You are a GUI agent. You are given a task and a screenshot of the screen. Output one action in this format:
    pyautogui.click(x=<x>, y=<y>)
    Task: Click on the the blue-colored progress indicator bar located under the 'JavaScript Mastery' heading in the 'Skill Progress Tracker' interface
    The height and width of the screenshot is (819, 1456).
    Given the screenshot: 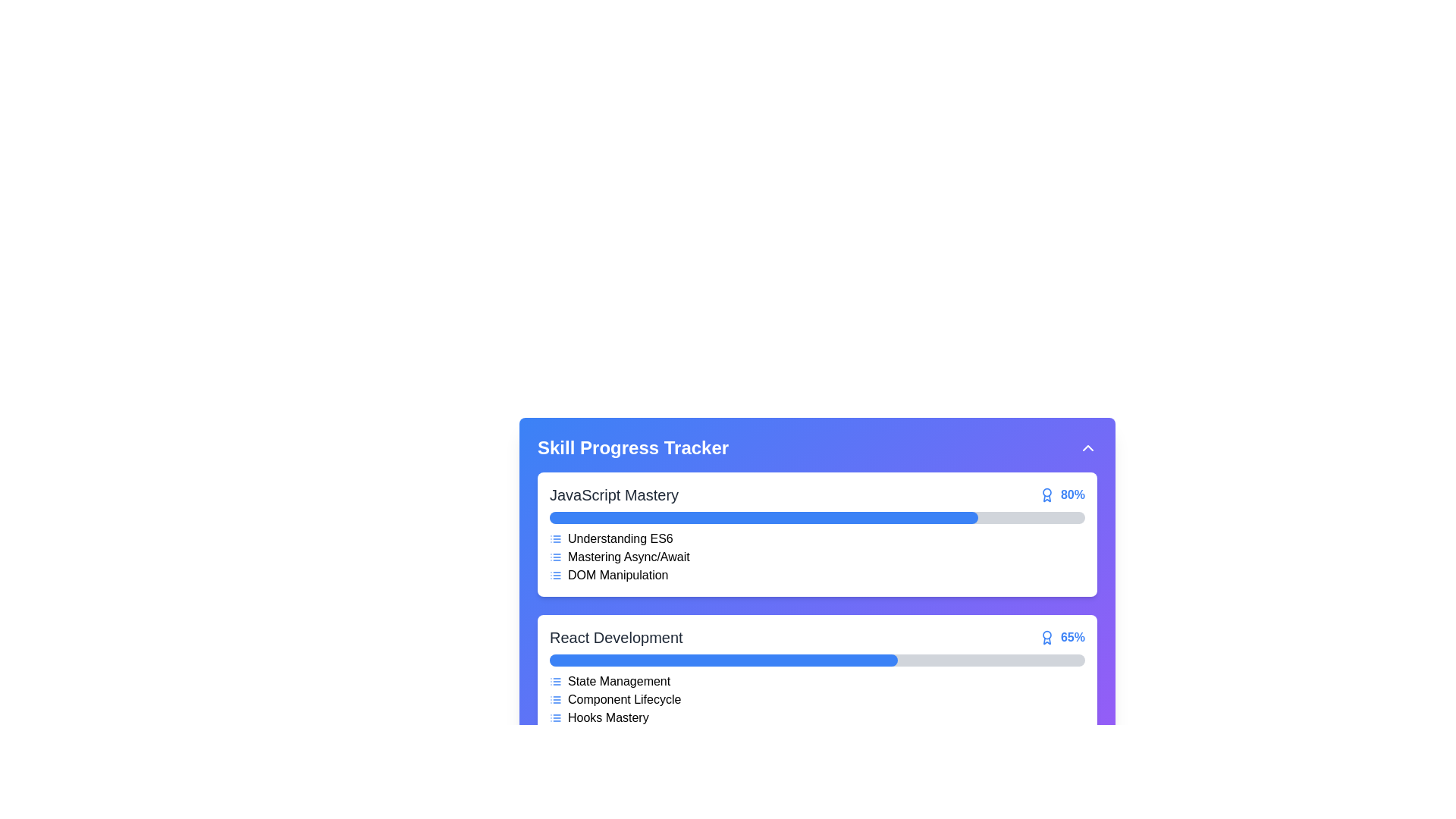 What is the action you would take?
    pyautogui.click(x=764, y=516)
    